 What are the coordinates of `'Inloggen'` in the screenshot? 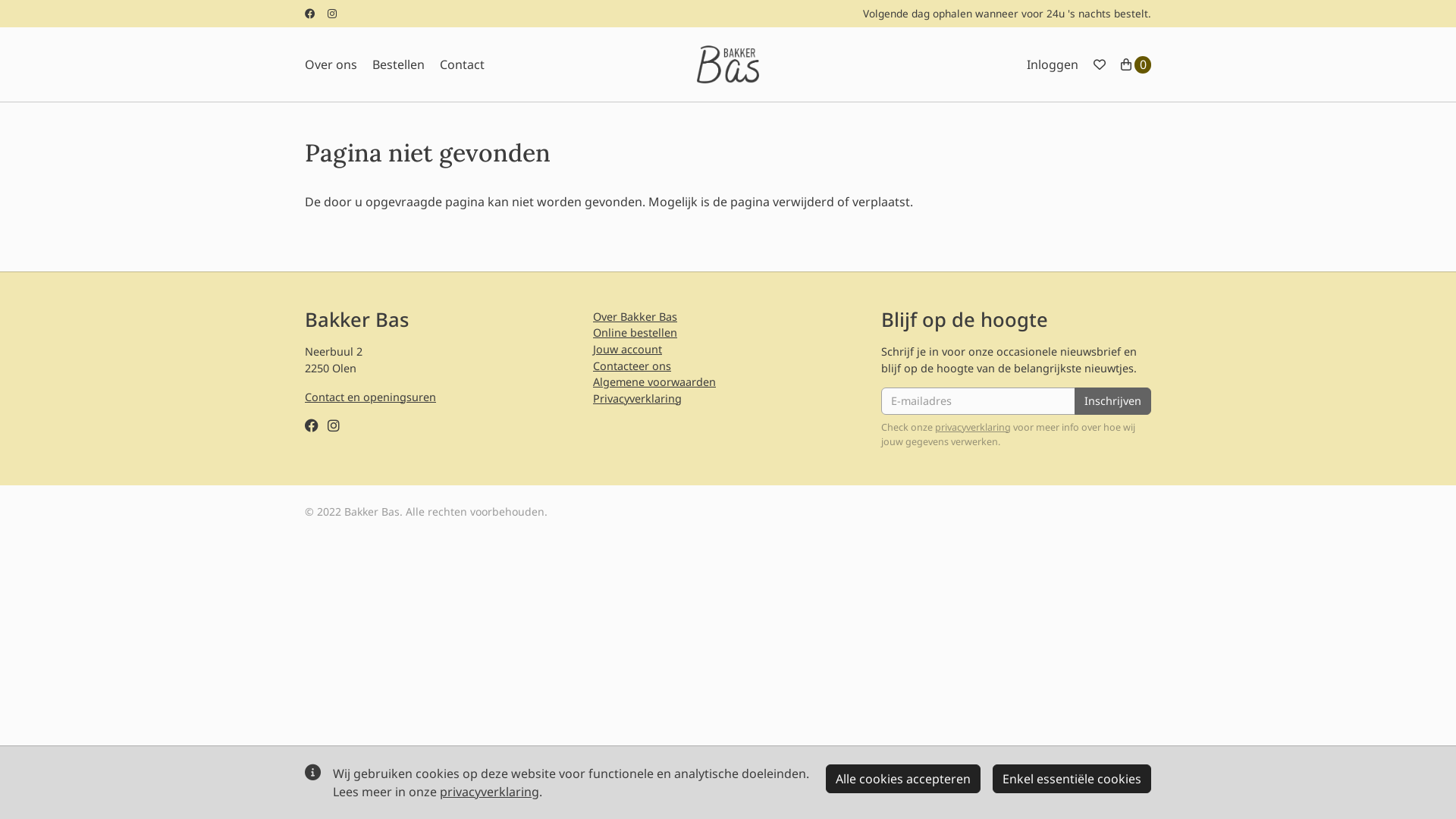 It's located at (1051, 63).